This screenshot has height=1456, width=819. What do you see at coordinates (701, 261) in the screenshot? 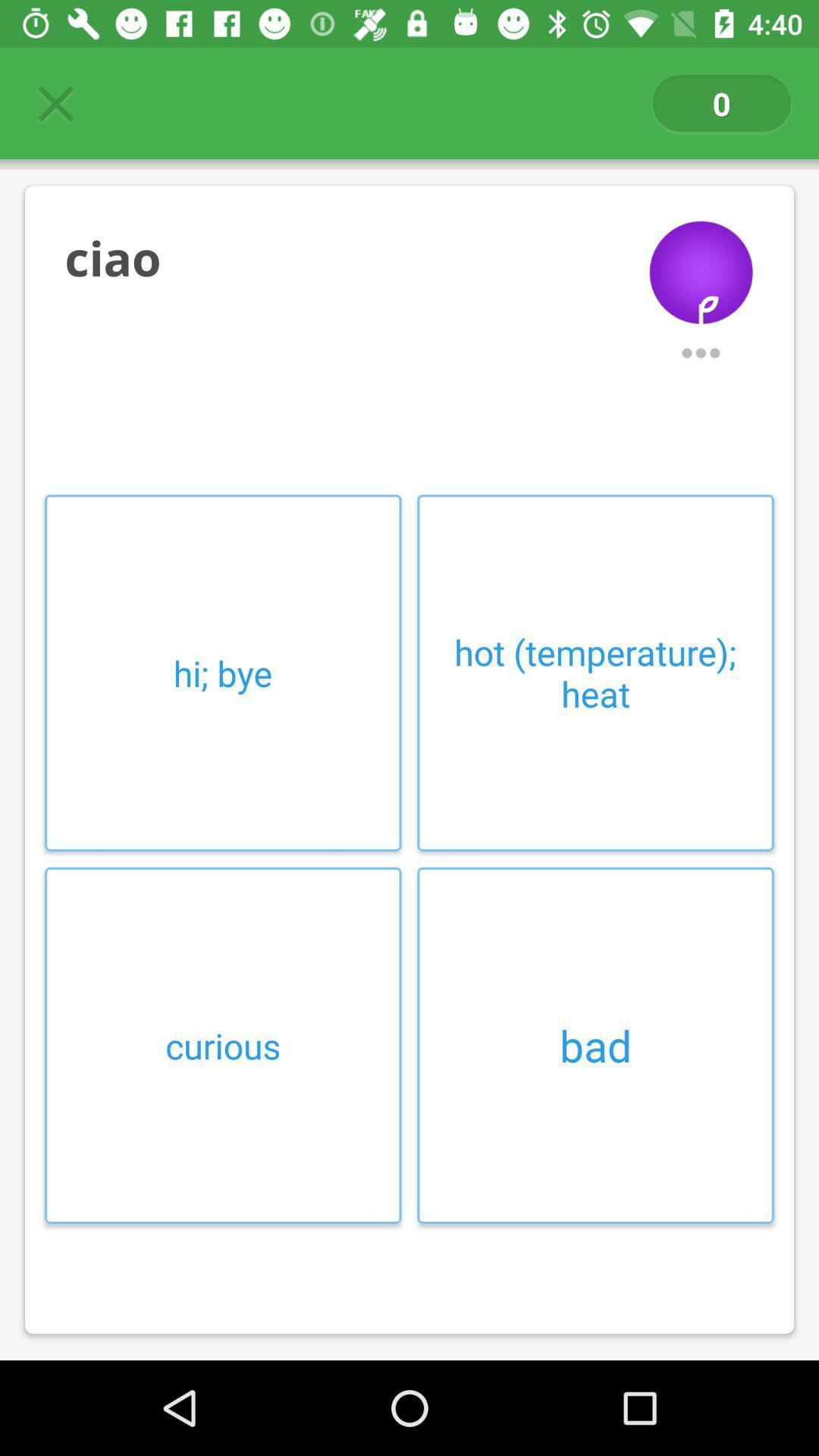
I see `item next to ciao` at bounding box center [701, 261].